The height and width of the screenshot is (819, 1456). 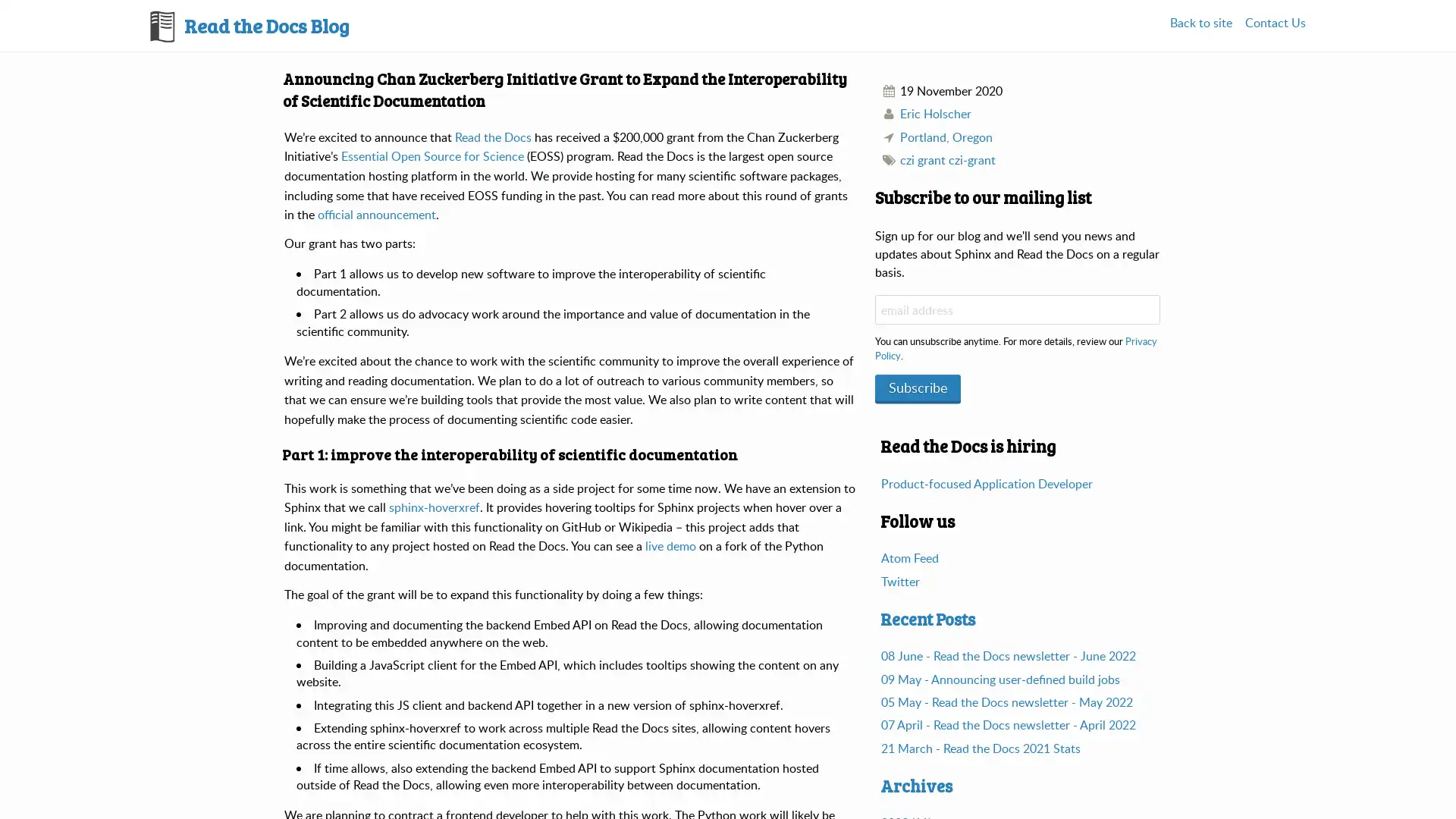 I want to click on Subscribe, so click(x=917, y=386).